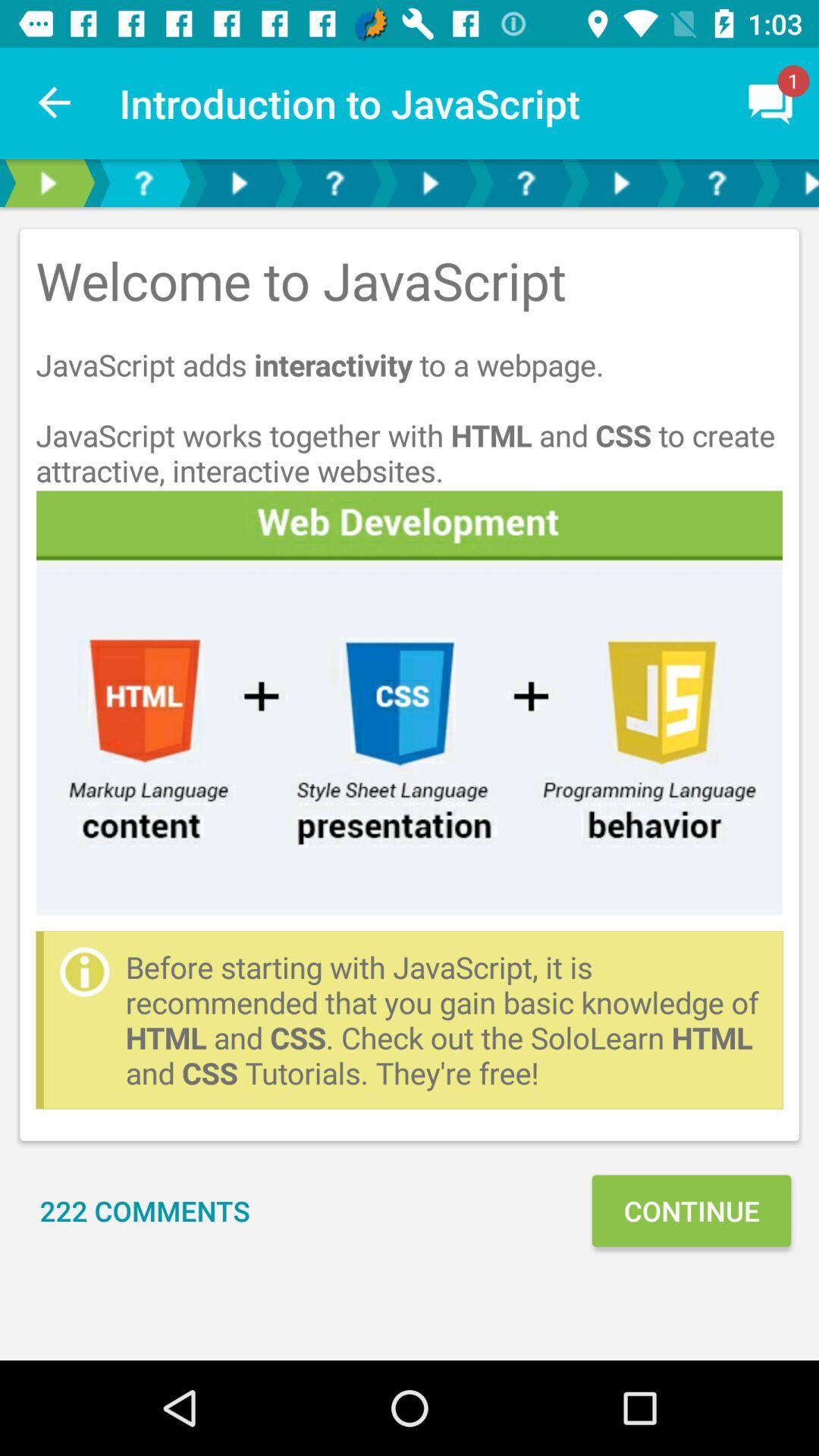  Describe the element at coordinates (525, 182) in the screenshot. I see `open the faqs` at that location.